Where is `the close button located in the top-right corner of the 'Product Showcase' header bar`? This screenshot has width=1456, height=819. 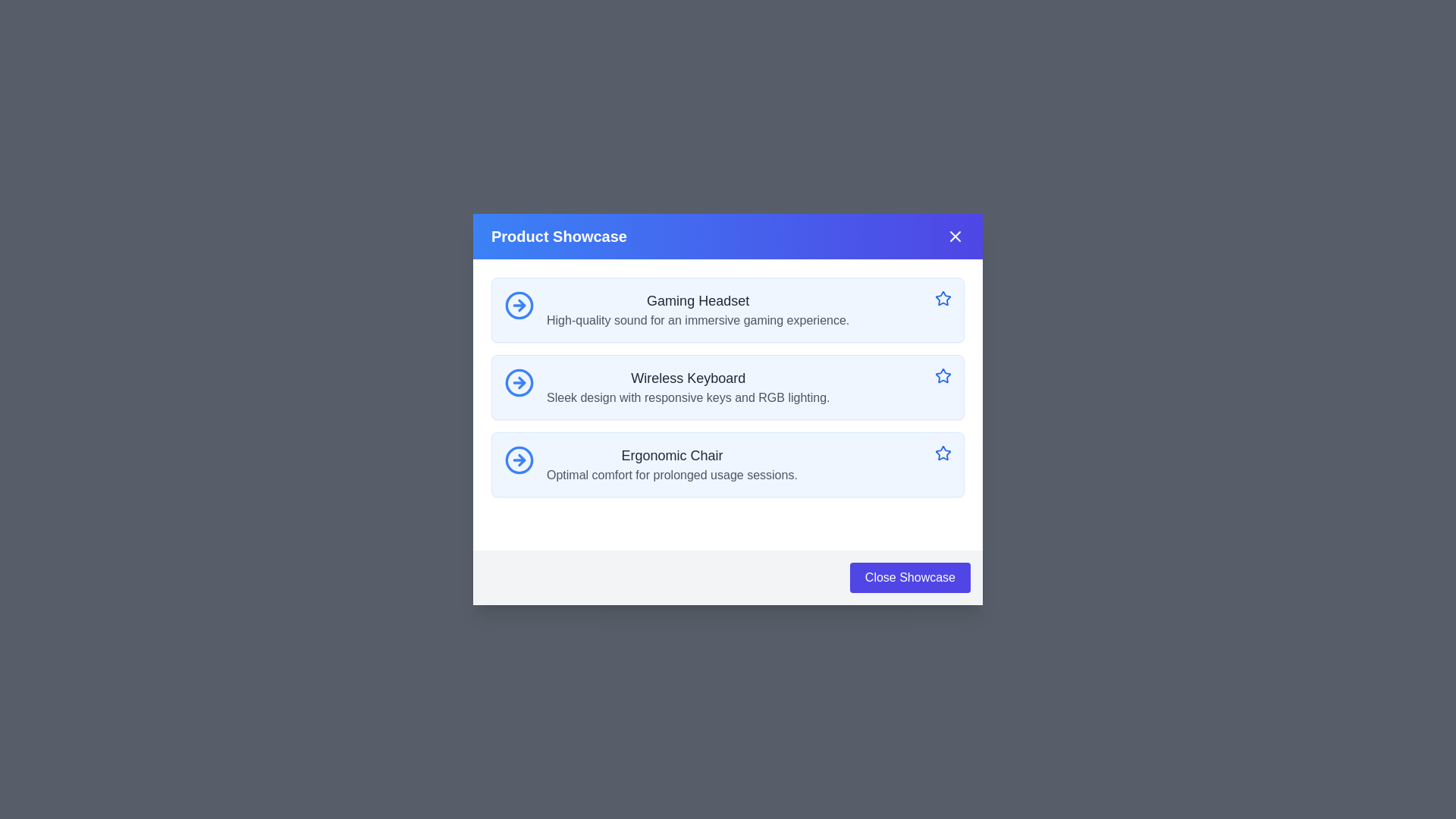 the close button located in the top-right corner of the 'Product Showcase' header bar is located at coordinates (954, 237).